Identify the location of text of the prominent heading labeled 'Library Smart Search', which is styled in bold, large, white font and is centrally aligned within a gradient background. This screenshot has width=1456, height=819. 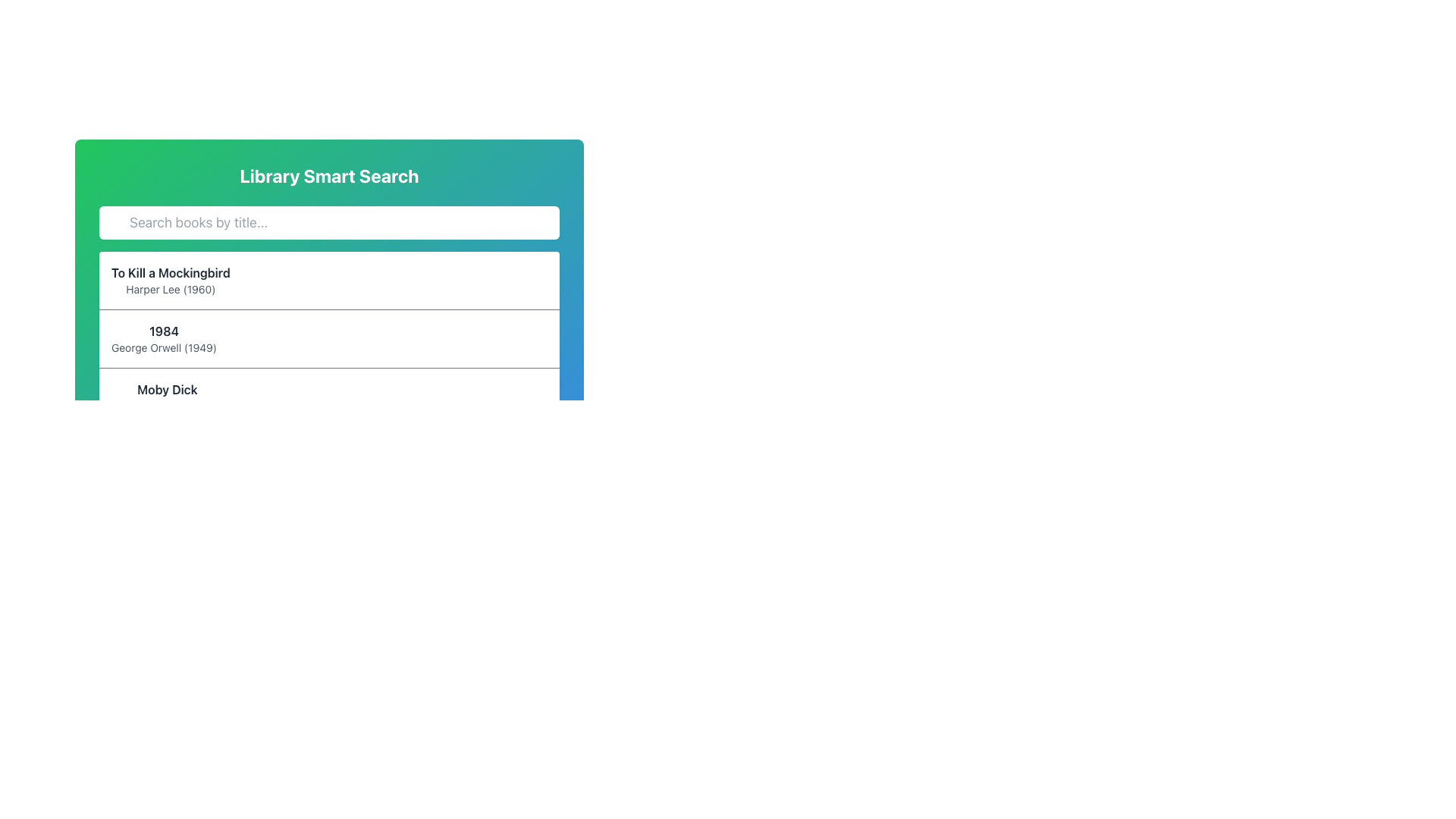
(328, 174).